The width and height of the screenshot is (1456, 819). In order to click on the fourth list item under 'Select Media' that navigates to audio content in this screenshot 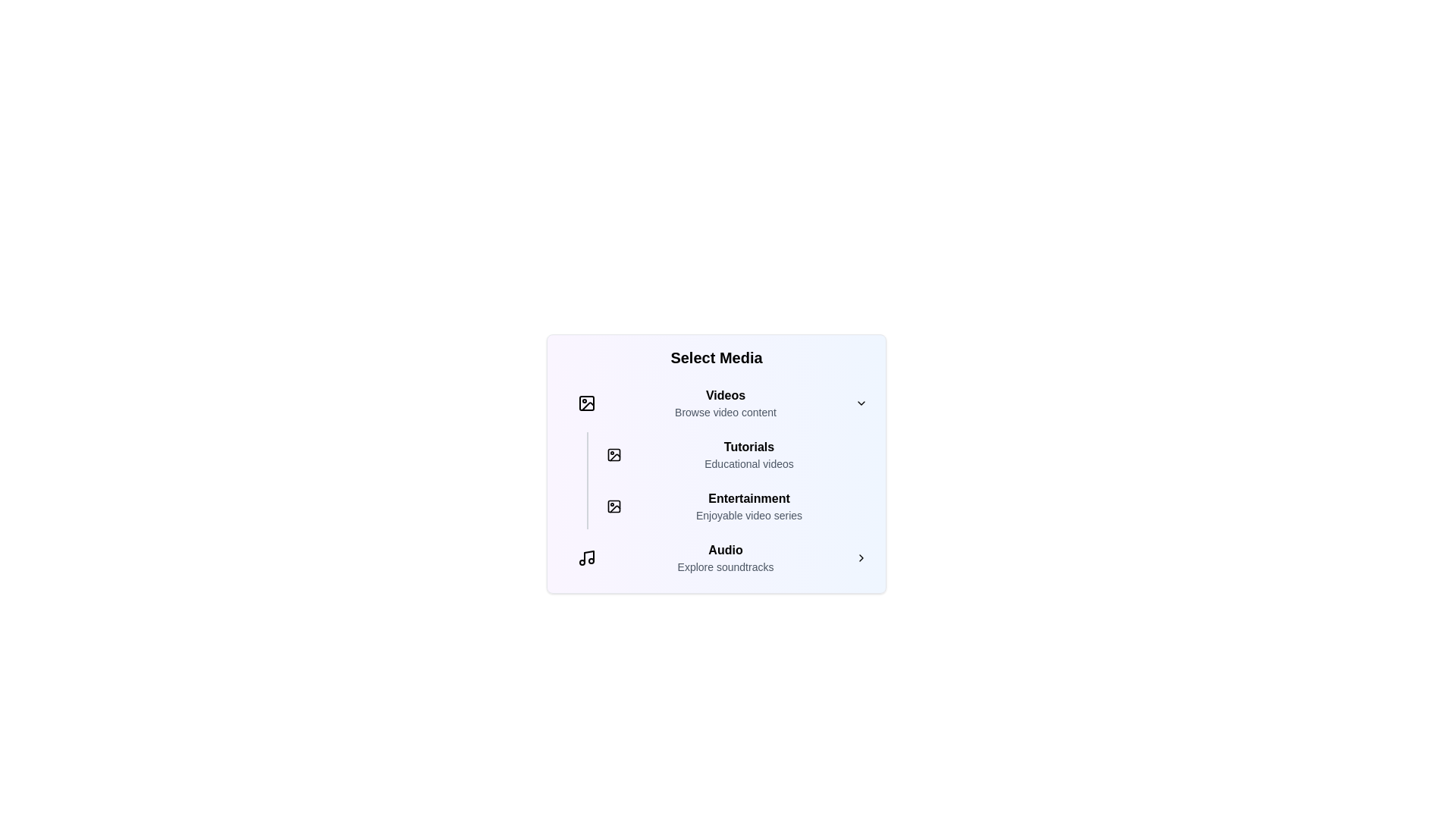, I will do `click(722, 558)`.